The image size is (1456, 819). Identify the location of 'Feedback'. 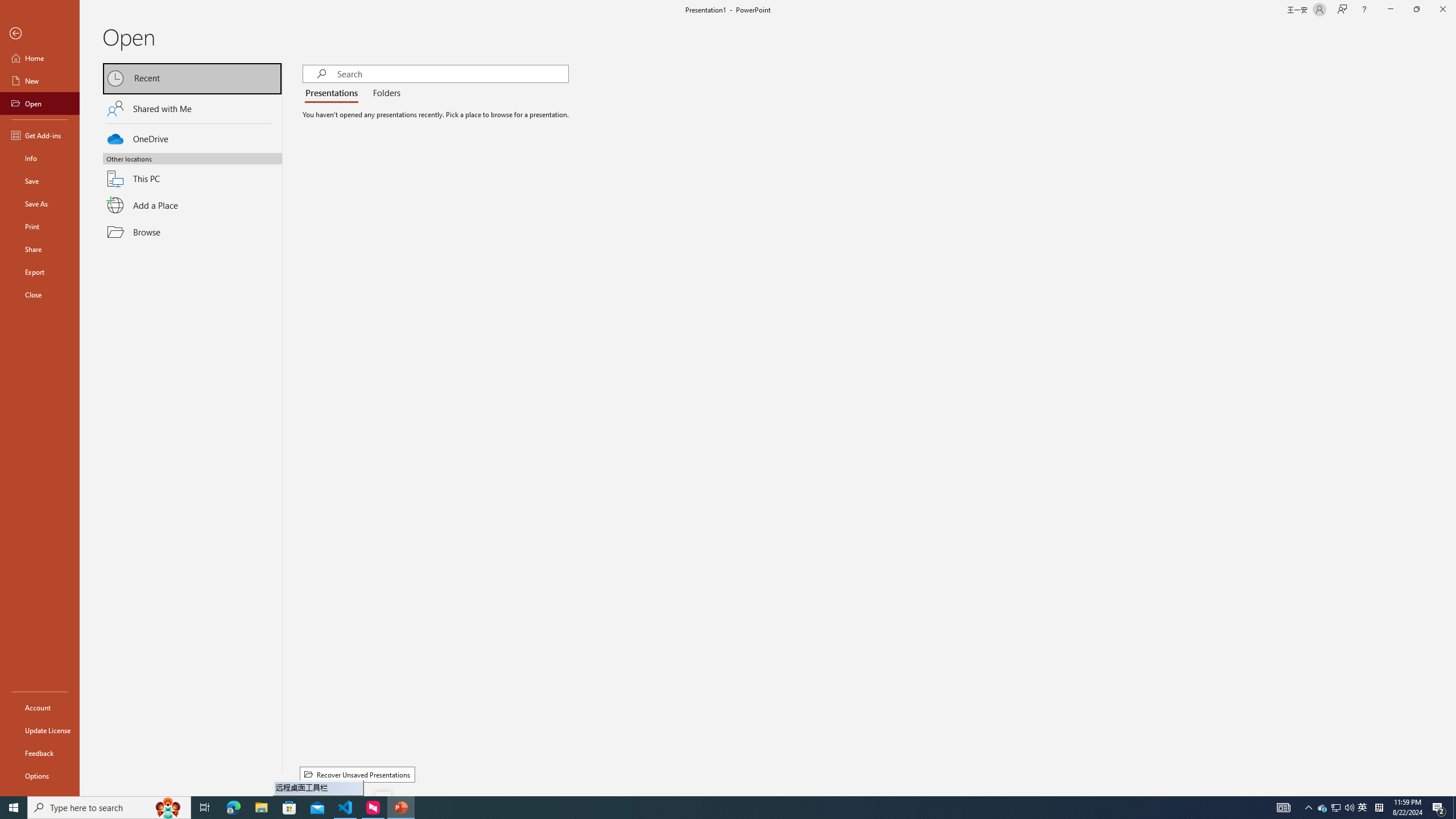
(39, 753).